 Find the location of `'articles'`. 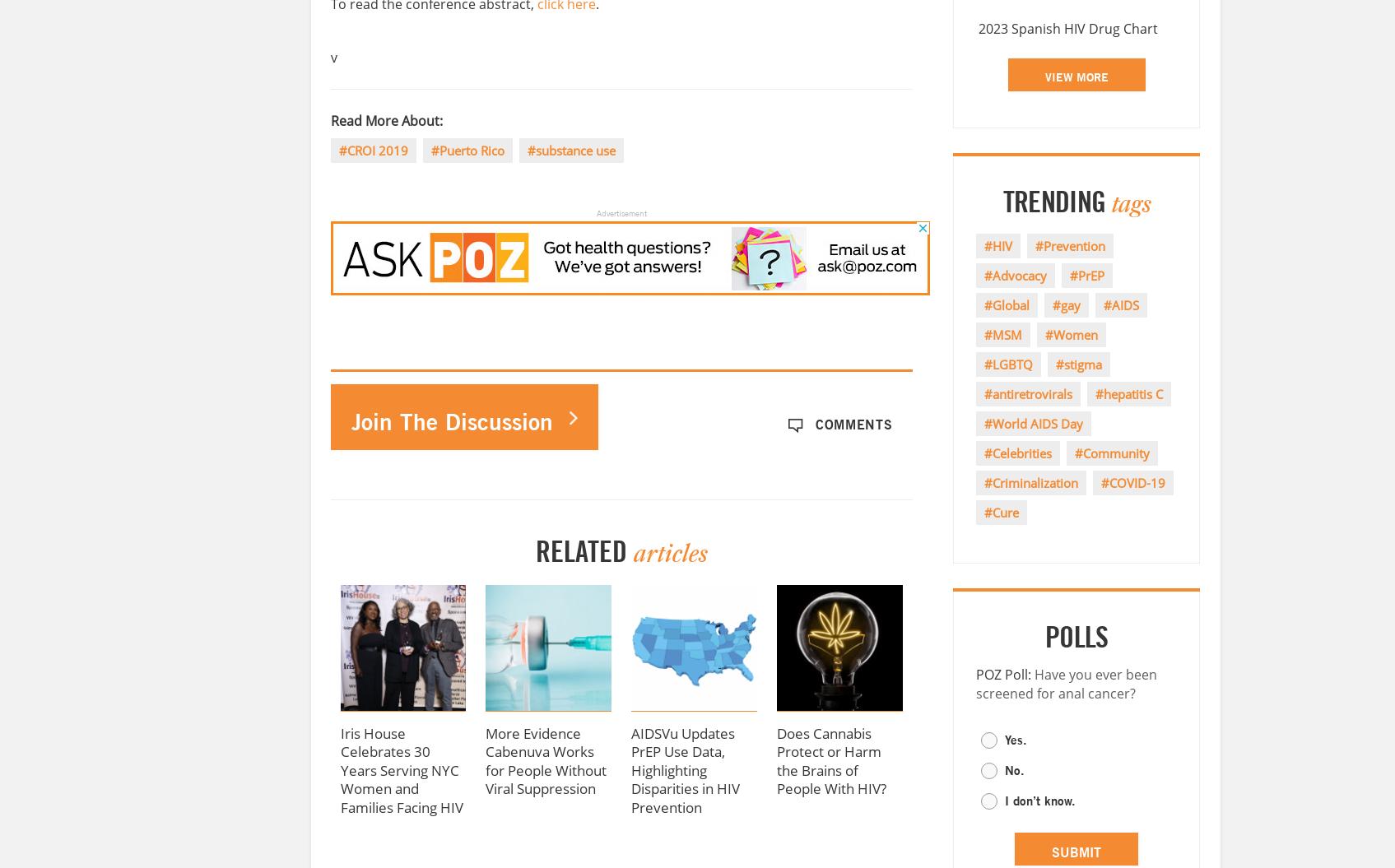

'articles' is located at coordinates (669, 552).